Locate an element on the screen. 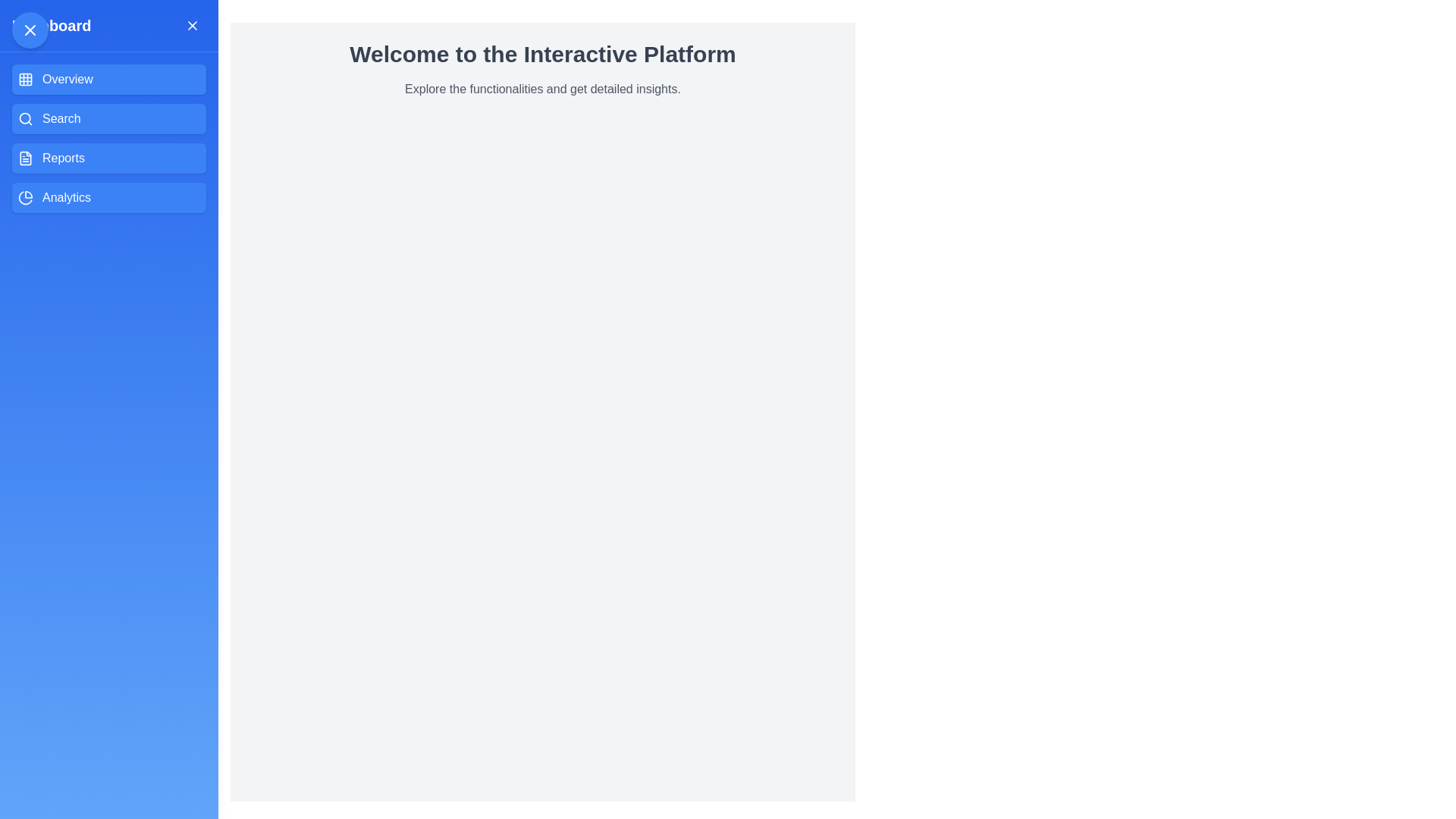  the menu option Analytics to navigate to the corresponding section is located at coordinates (108, 197).